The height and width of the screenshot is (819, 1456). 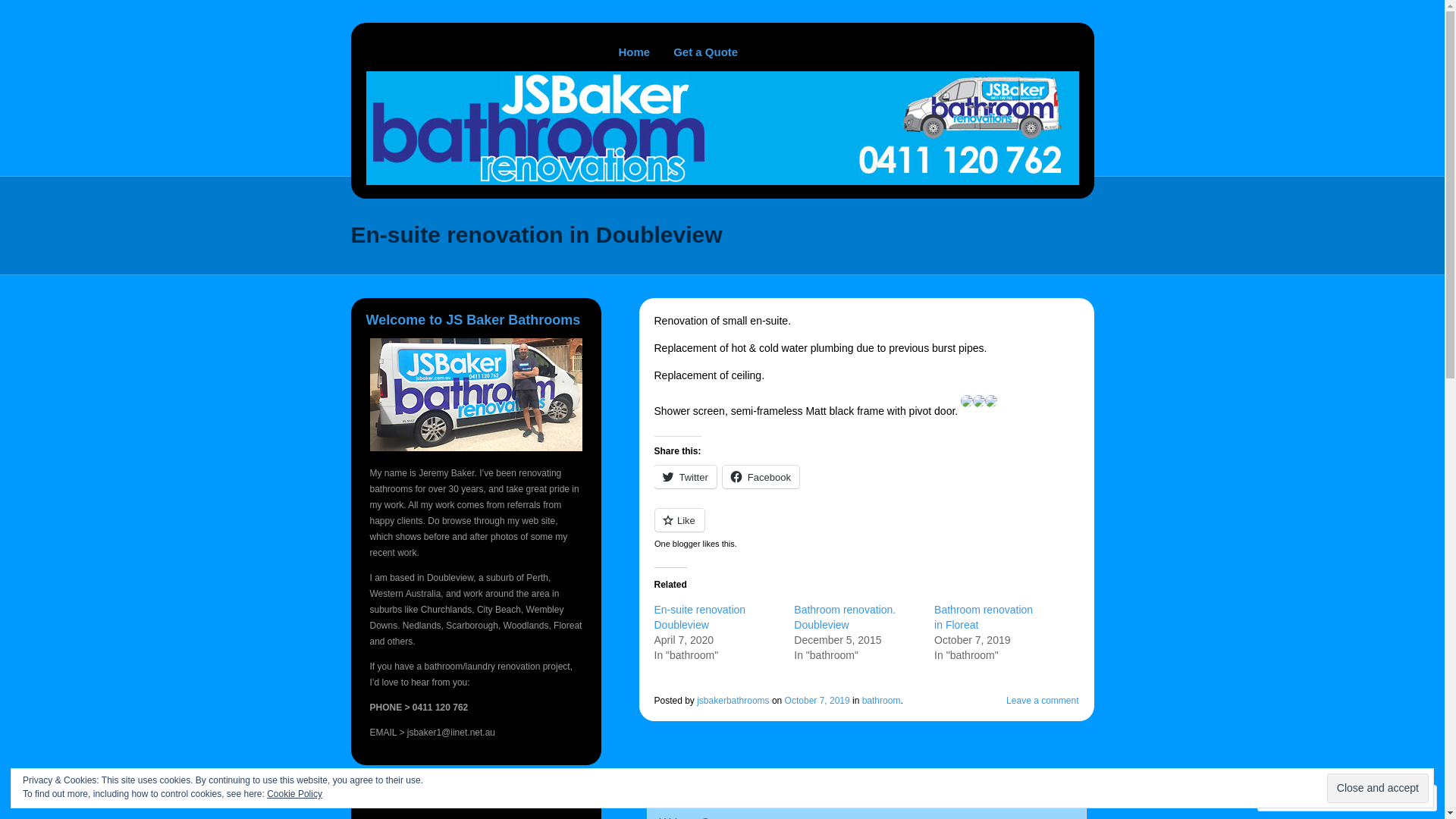 I want to click on 'Twitter', so click(x=683, y=475).